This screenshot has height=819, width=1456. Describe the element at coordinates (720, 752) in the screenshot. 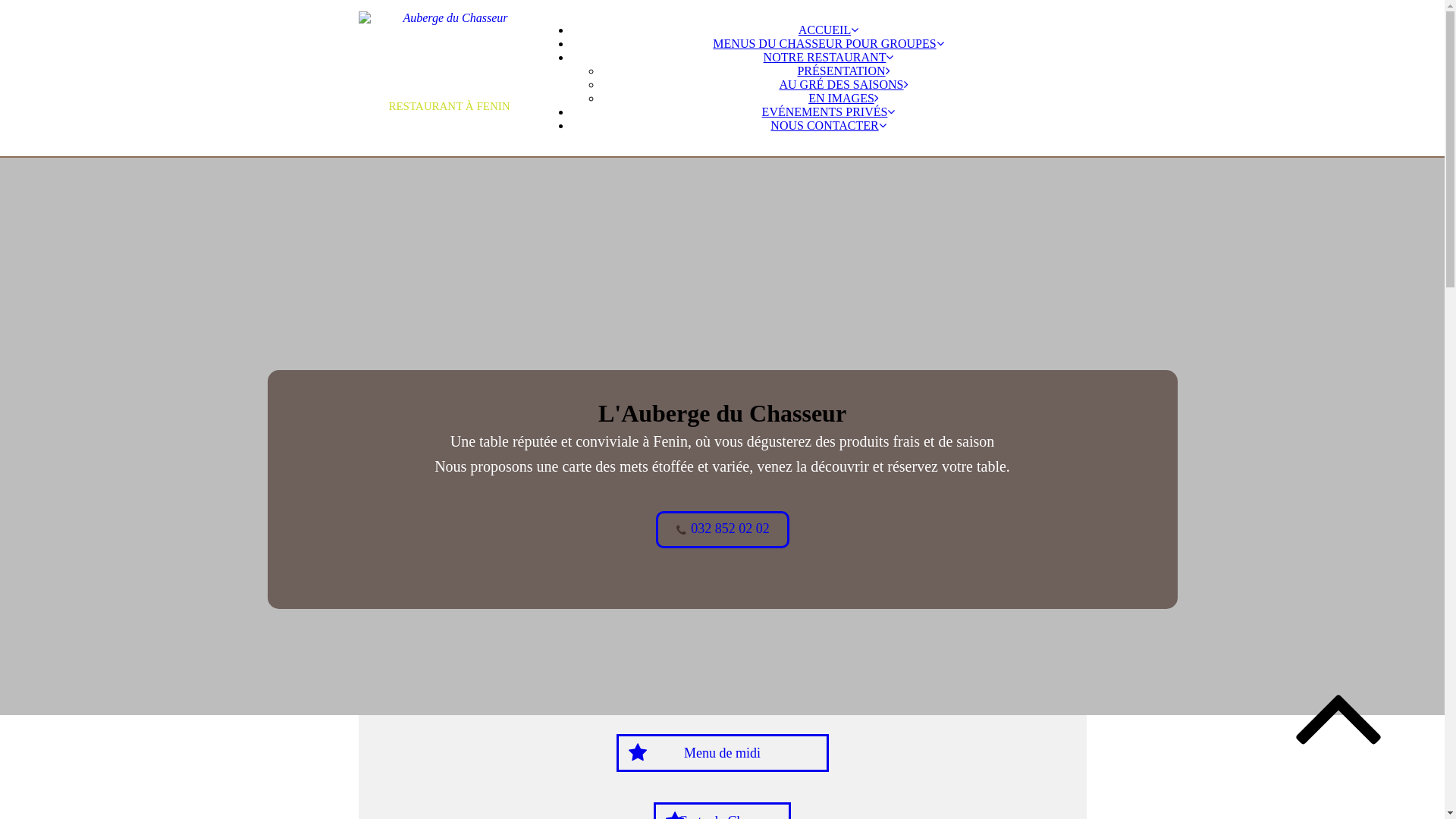

I see `'Menu de midi'` at that location.